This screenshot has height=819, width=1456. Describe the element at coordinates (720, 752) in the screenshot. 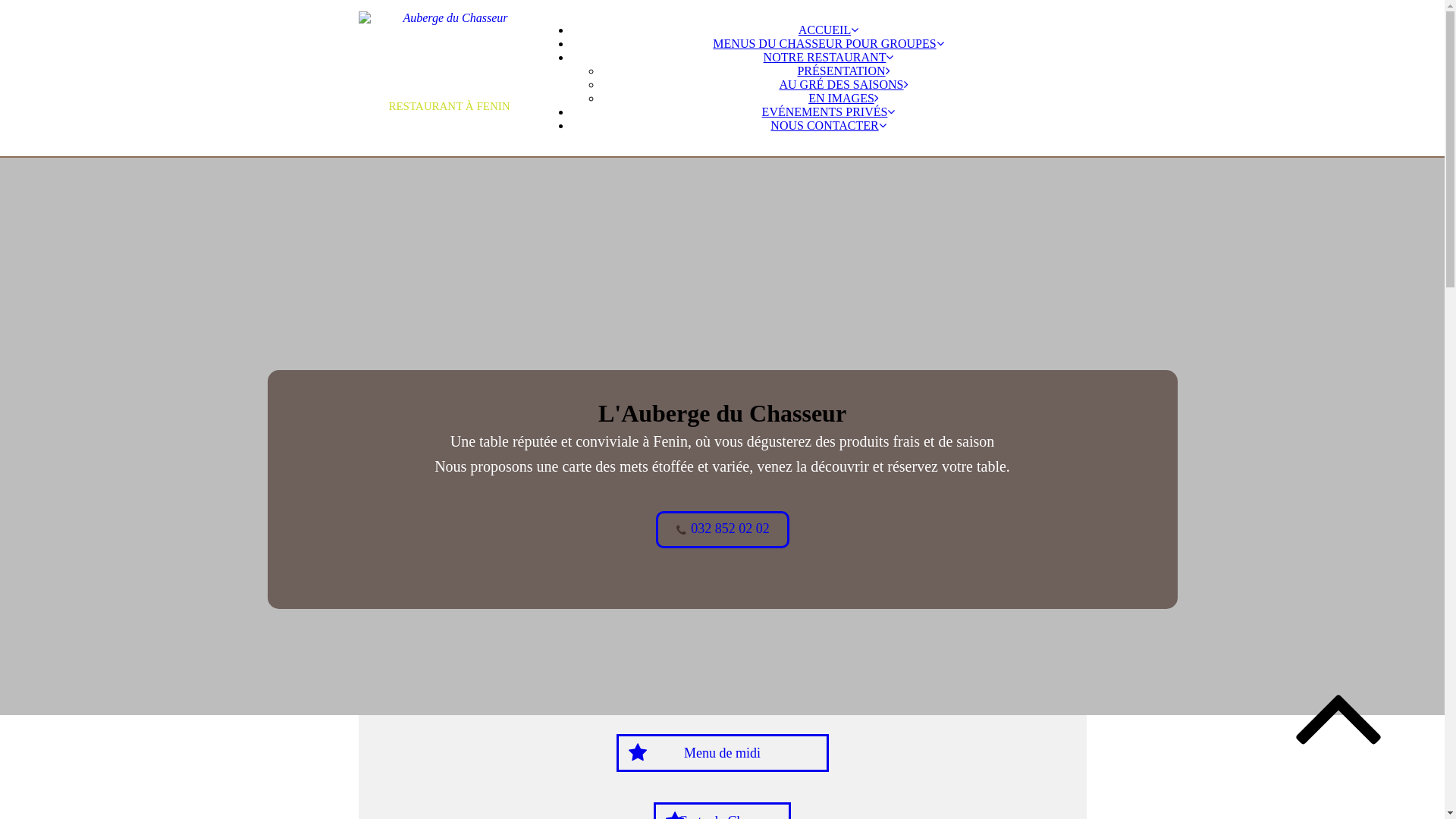

I see `'Menu de midi'` at that location.